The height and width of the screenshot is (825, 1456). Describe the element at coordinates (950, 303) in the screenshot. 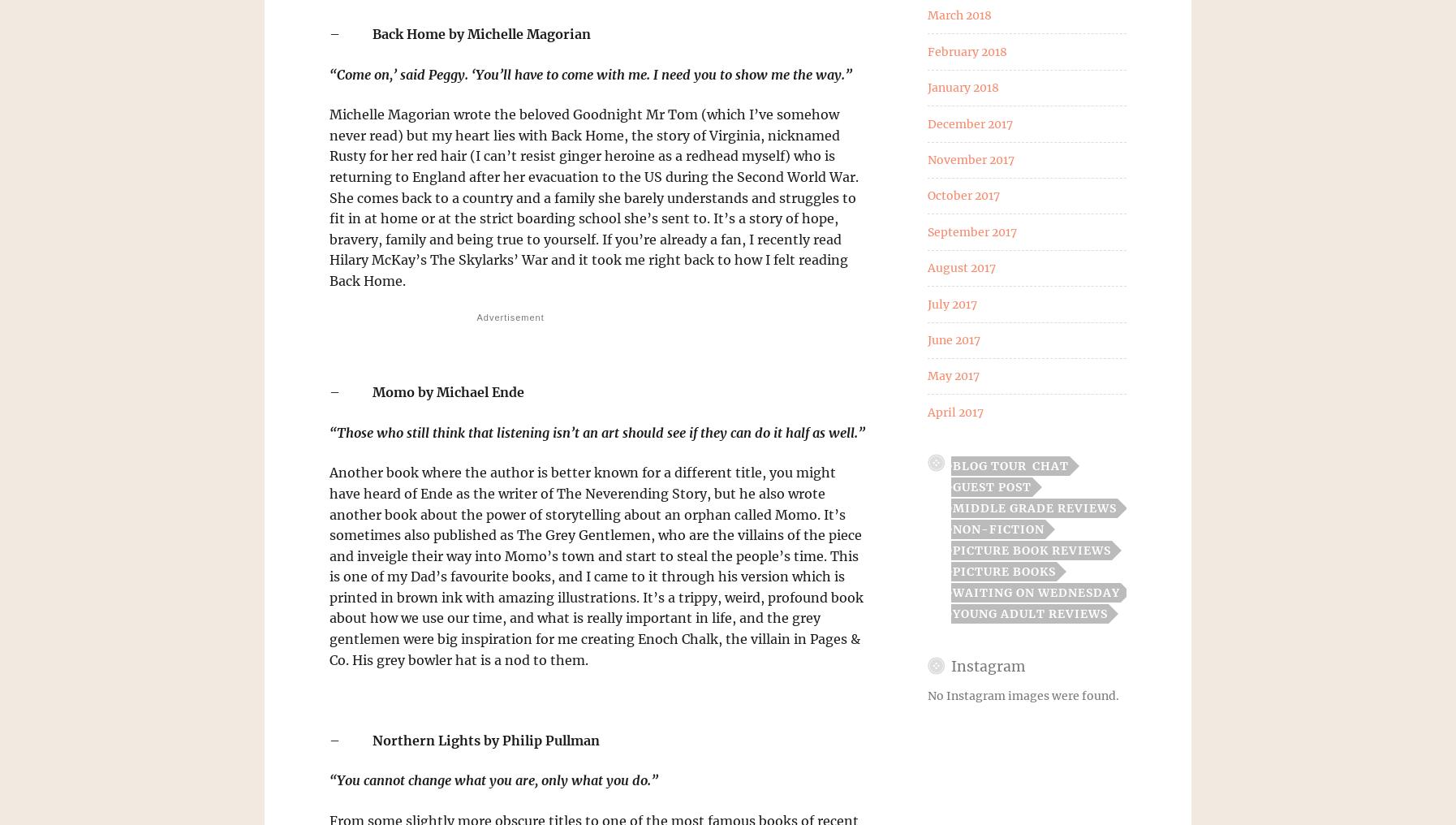

I see `'July 2017'` at that location.